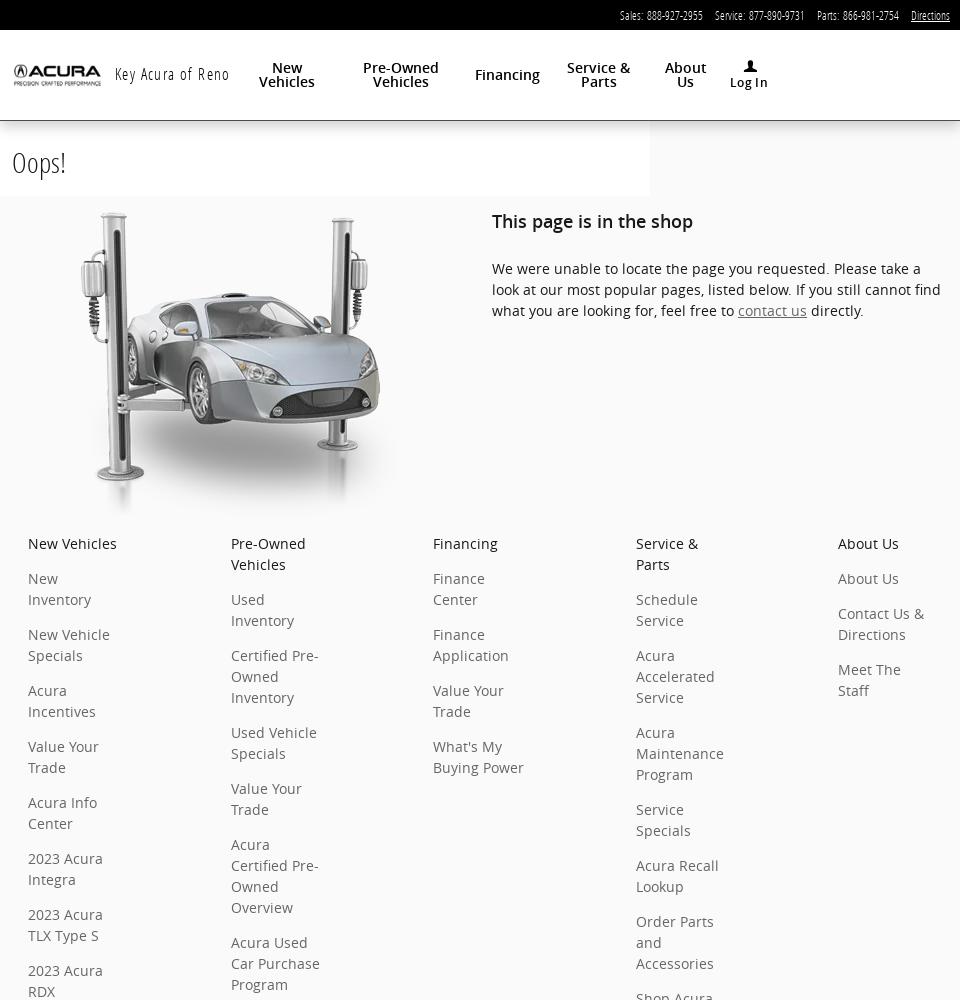  What do you see at coordinates (272, 876) in the screenshot?
I see `'Acura Certified Pre-Owned Overview'` at bounding box center [272, 876].